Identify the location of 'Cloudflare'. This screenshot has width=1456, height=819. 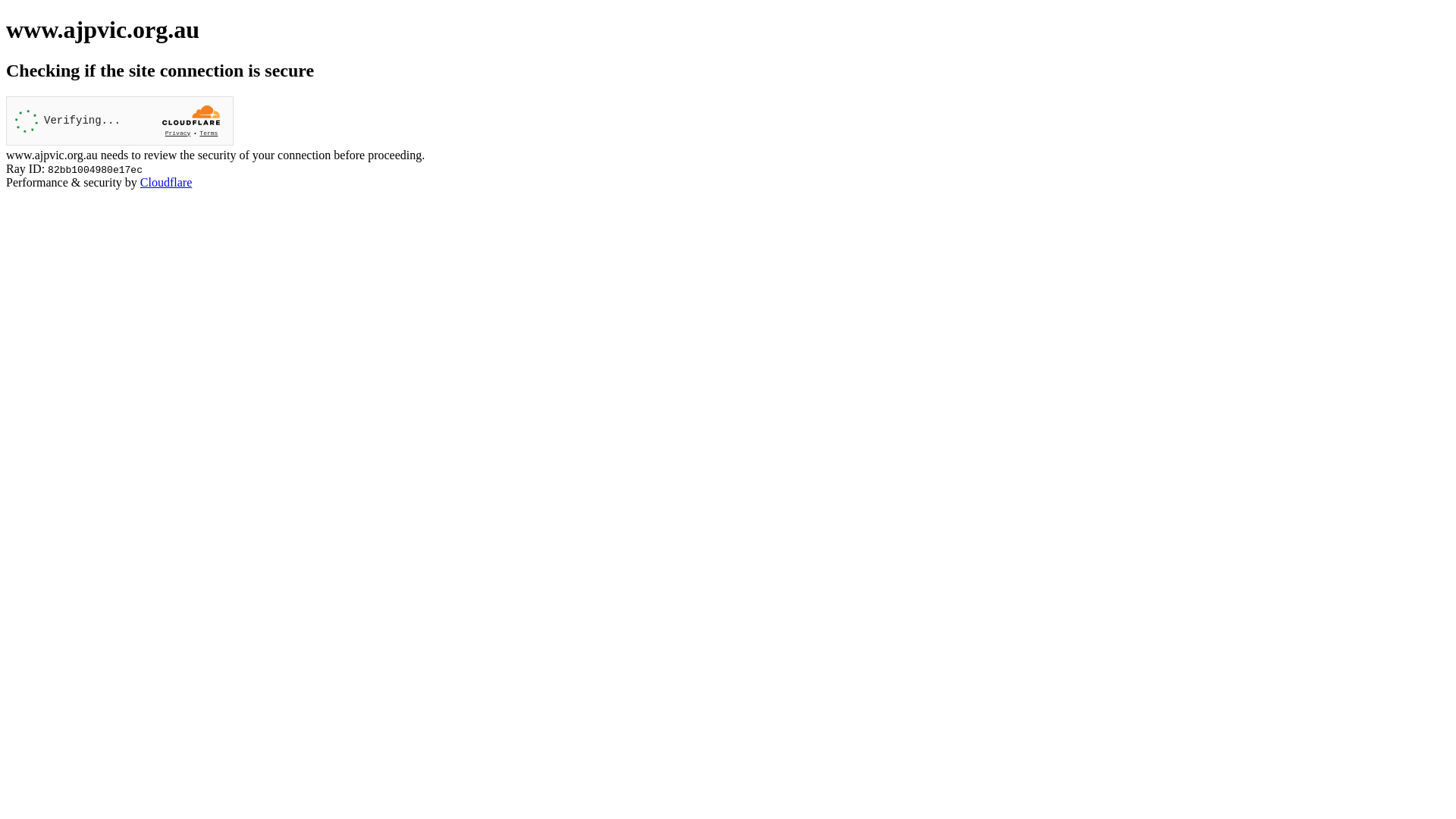
(166, 181).